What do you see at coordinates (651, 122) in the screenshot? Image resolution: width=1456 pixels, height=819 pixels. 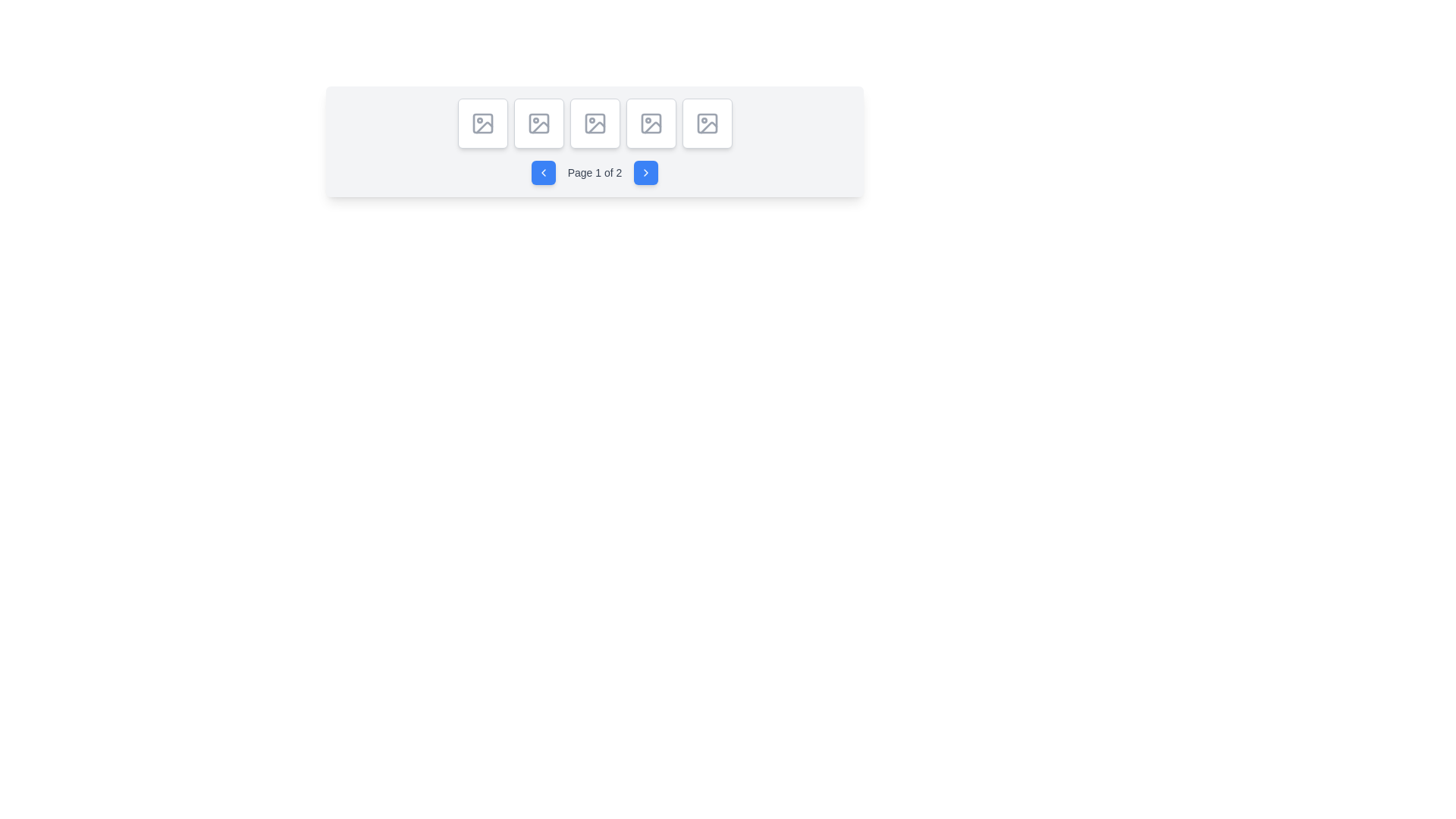 I see `the SVG Icon, which is the fourth button in a horizontal navigation bar of five buttons` at bounding box center [651, 122].